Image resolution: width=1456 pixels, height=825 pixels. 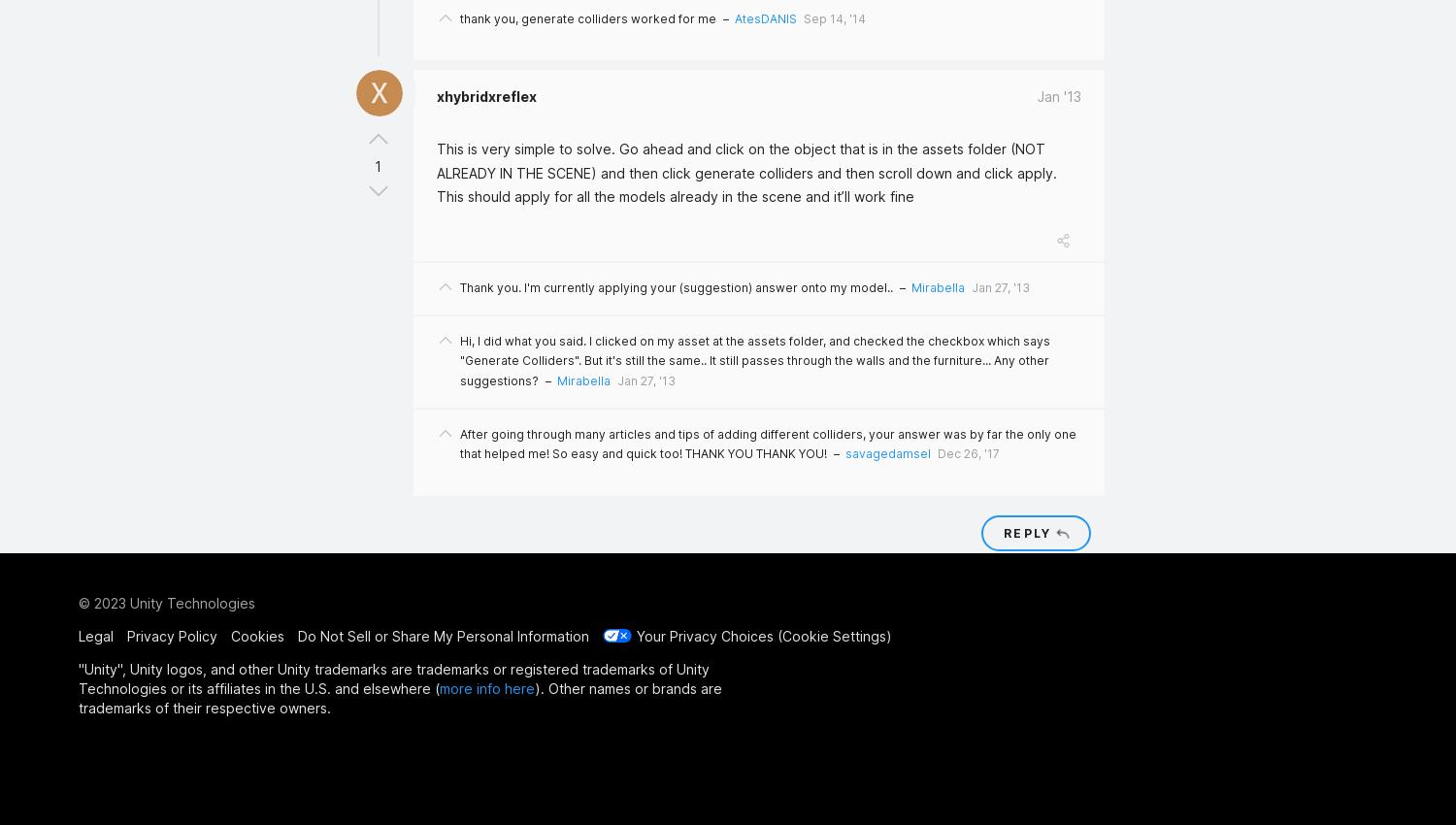 What do you see at coordinates (487, 686) in the screenshot?
I see `'more info here'` at bounding box center [487, 686].